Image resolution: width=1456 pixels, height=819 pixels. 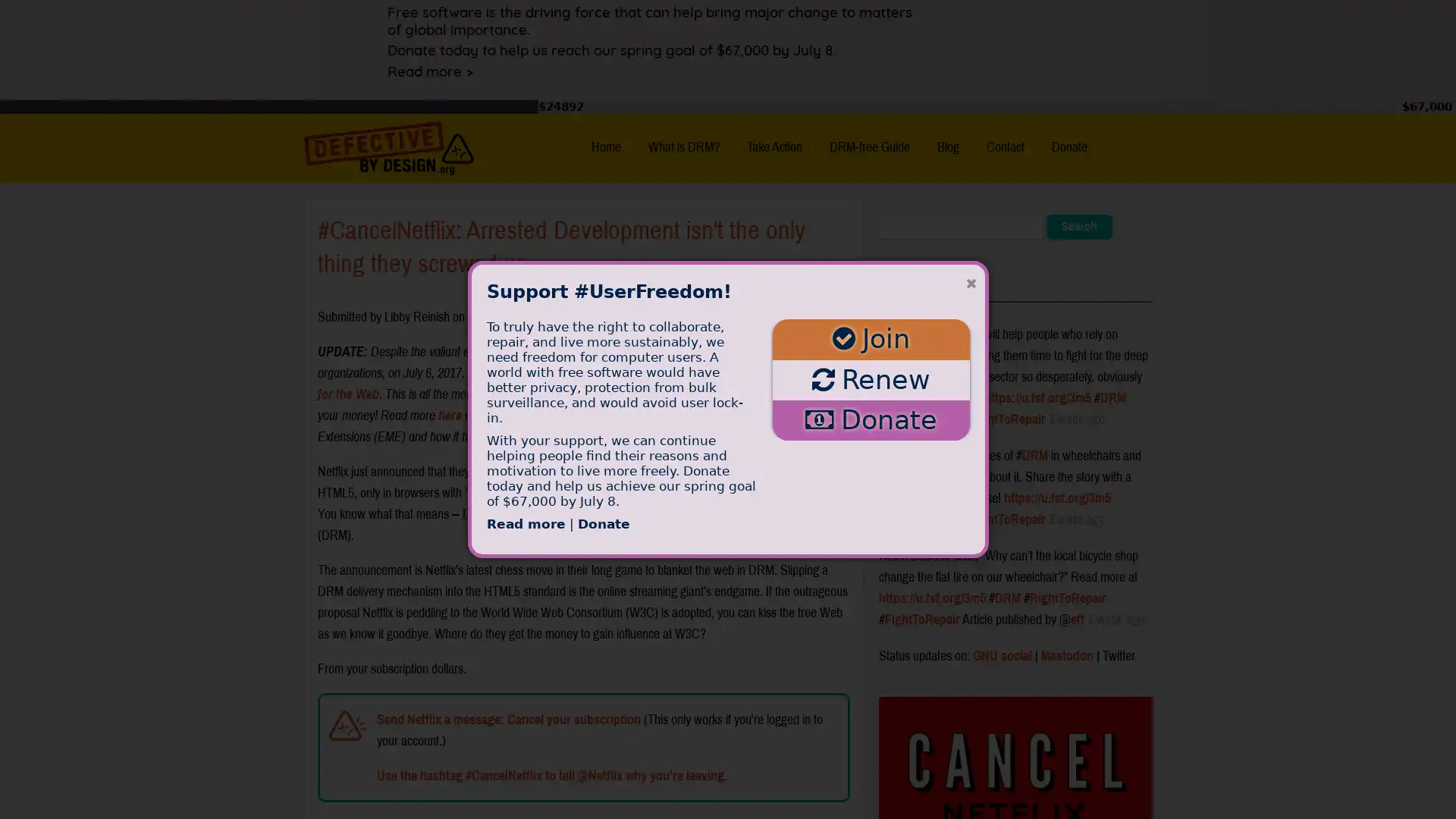 What do you see at coordinates (1078, 227) in the screenshot?
I see `Search` at bounding box center [1078, 227].